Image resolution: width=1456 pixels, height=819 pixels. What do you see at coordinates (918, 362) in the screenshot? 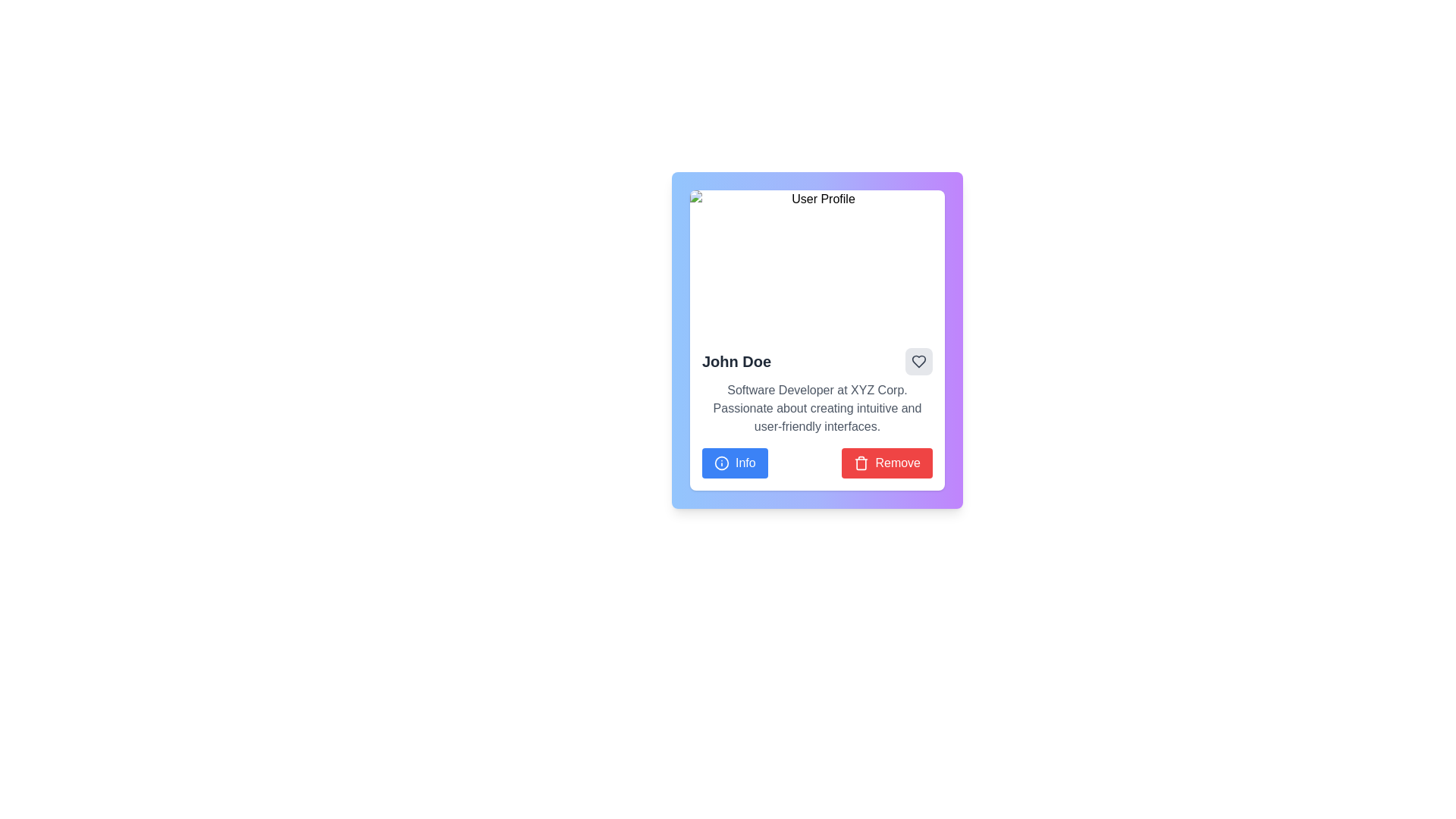
I see `the heart-shaped icon button located in the top-right corner of the user profile card, which has a hollow center and thick rounded edges, styled with a gray tone` at bounding box center [918, 362].